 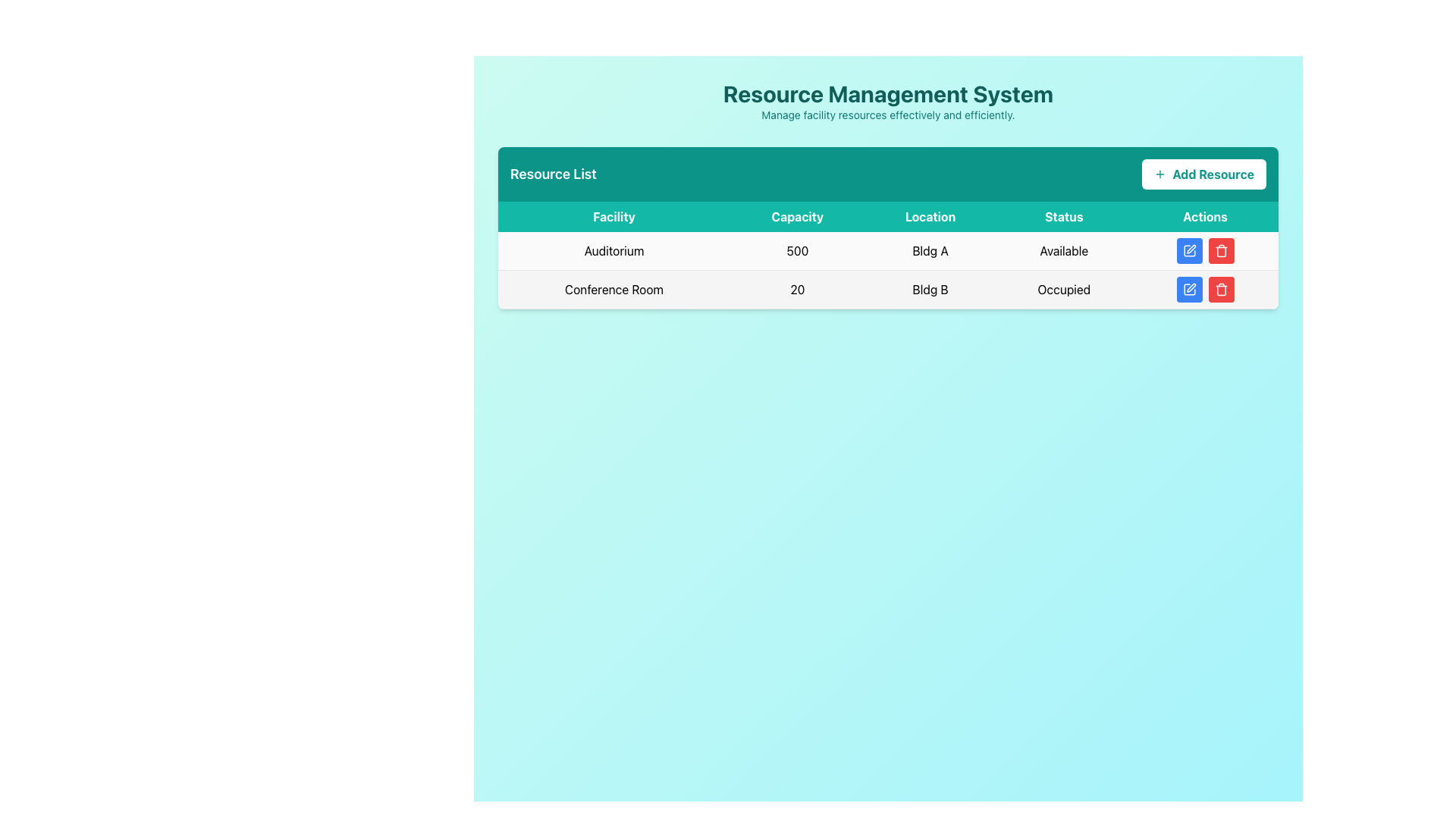 I want to click on the blue square icon with a pen symbol in the 'Actions' column of the second row in the resource table, so click(x=1188, y=289).